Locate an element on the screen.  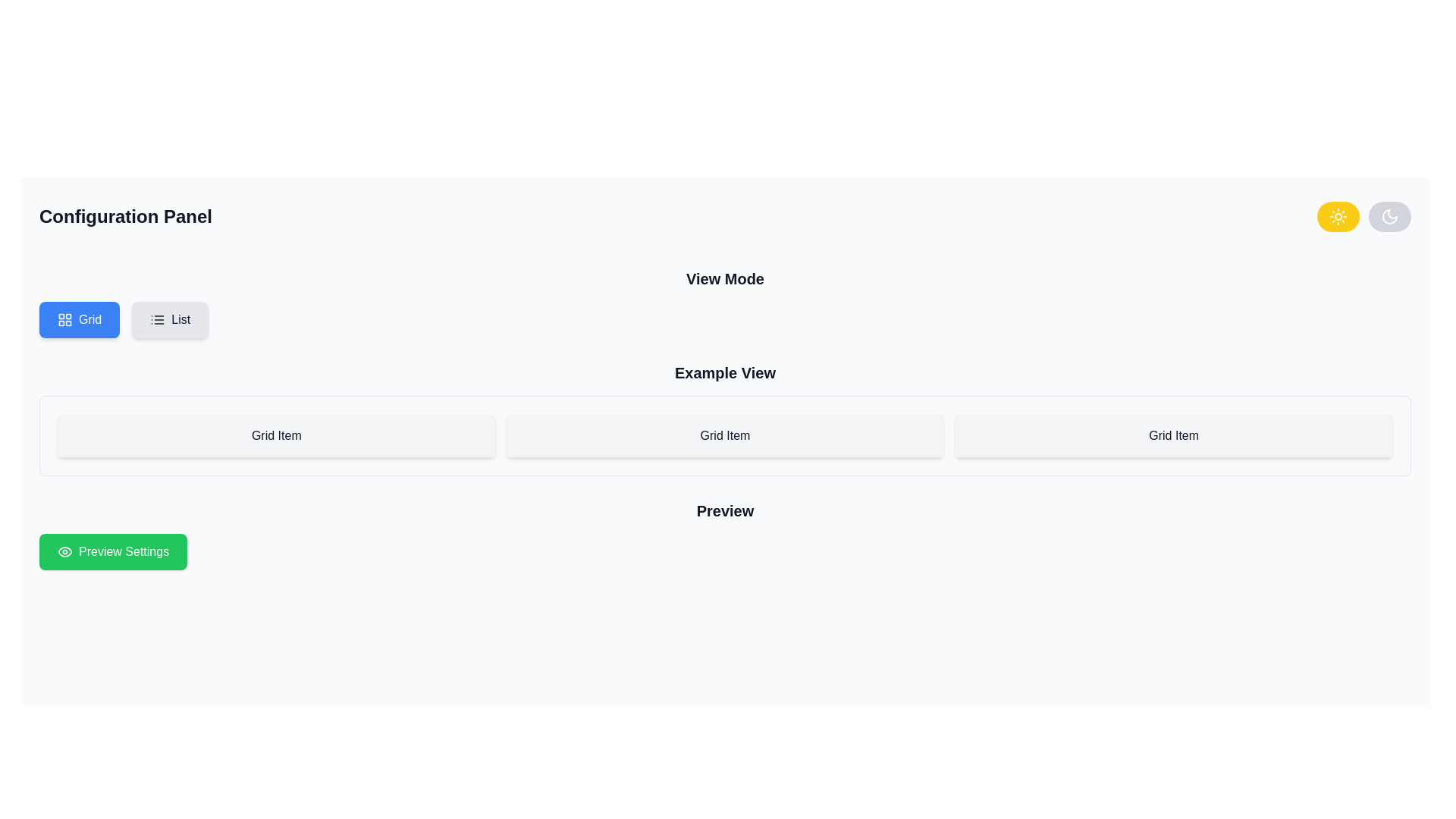
the gray rectangular button with rounded corners labeled 'List' is located at coordinates (170, 318).